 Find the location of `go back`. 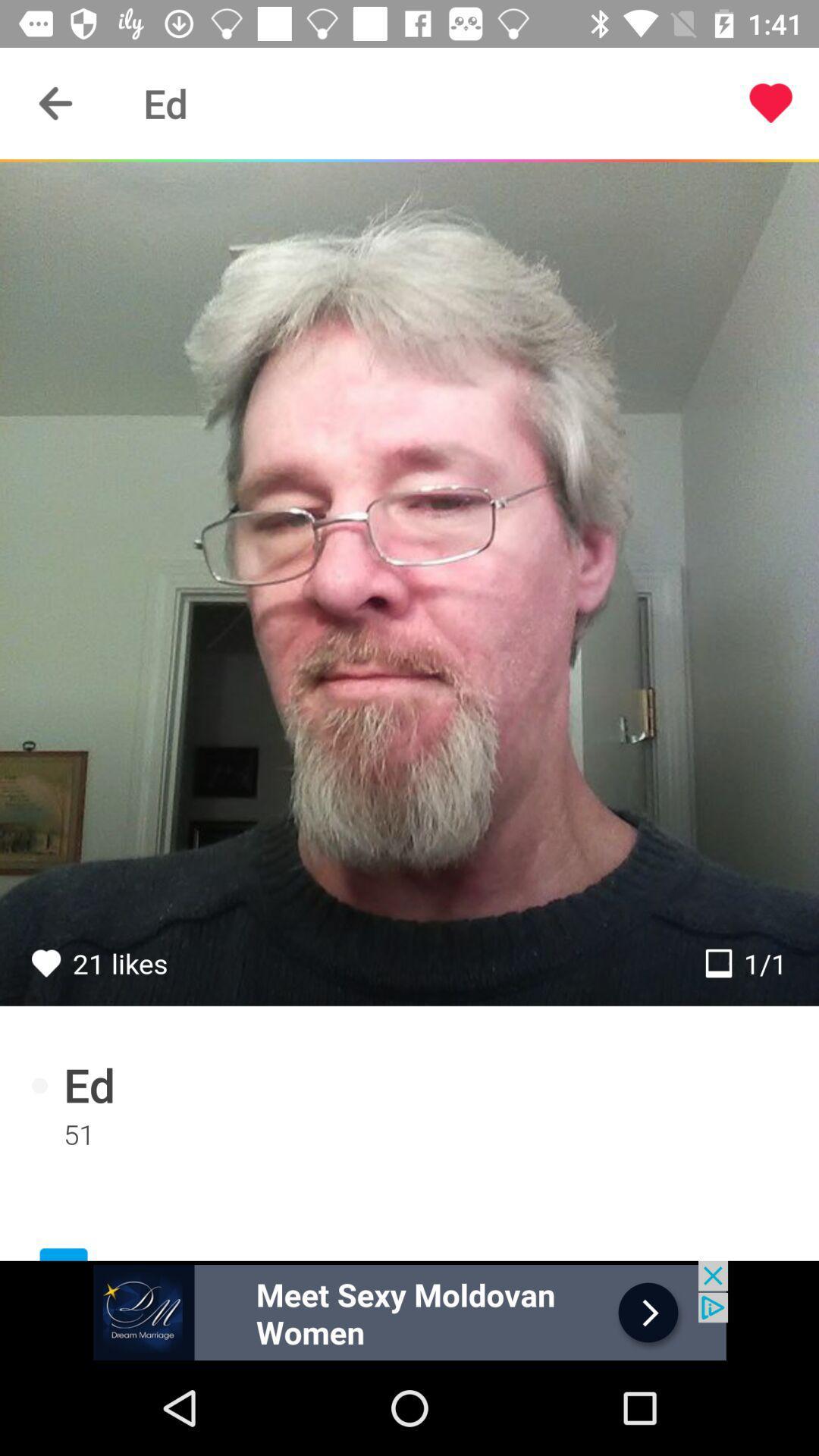

go back is located at coordinates (55, 102).